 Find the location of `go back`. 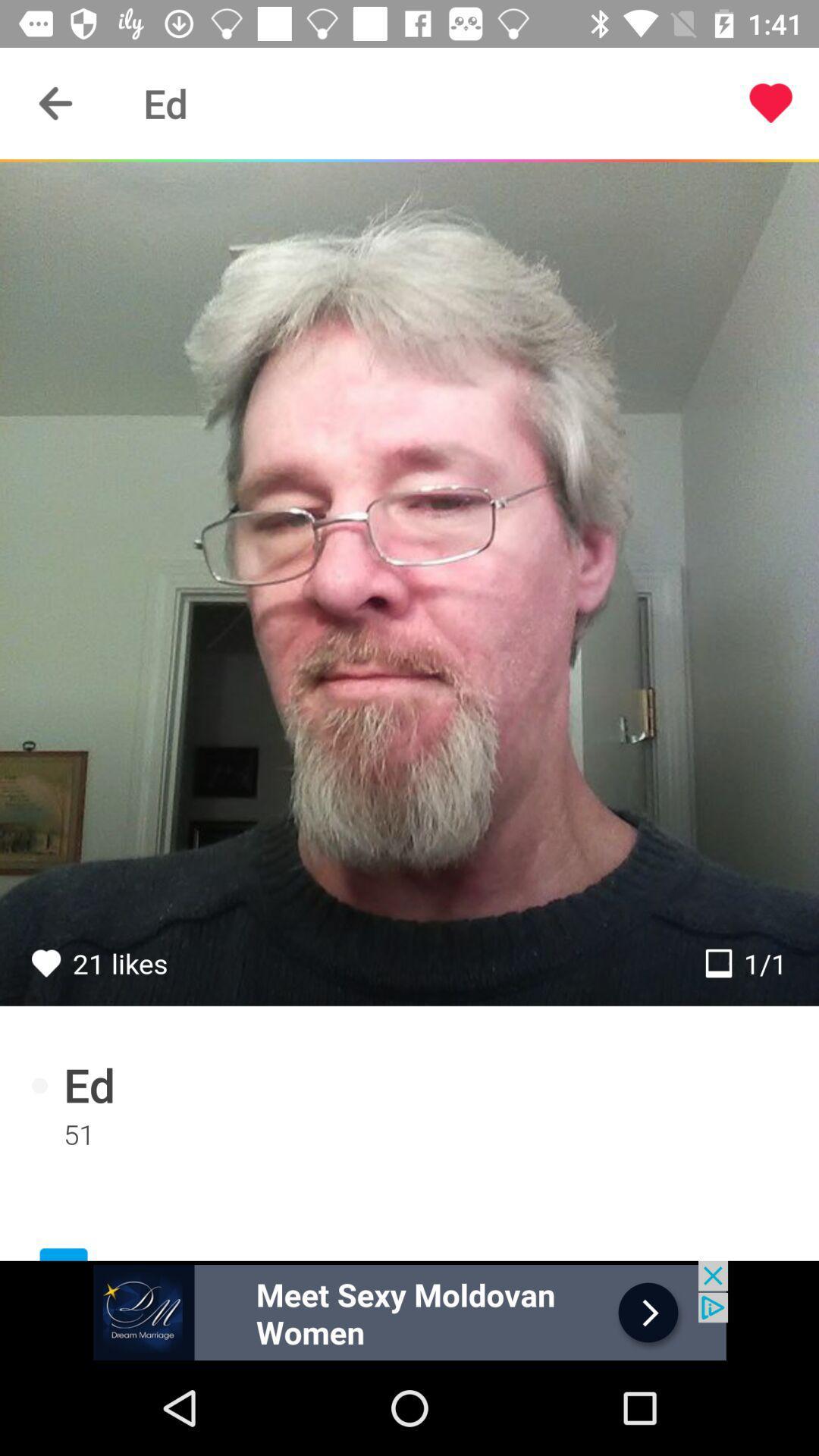

go back is located at coordinates (55, 102).